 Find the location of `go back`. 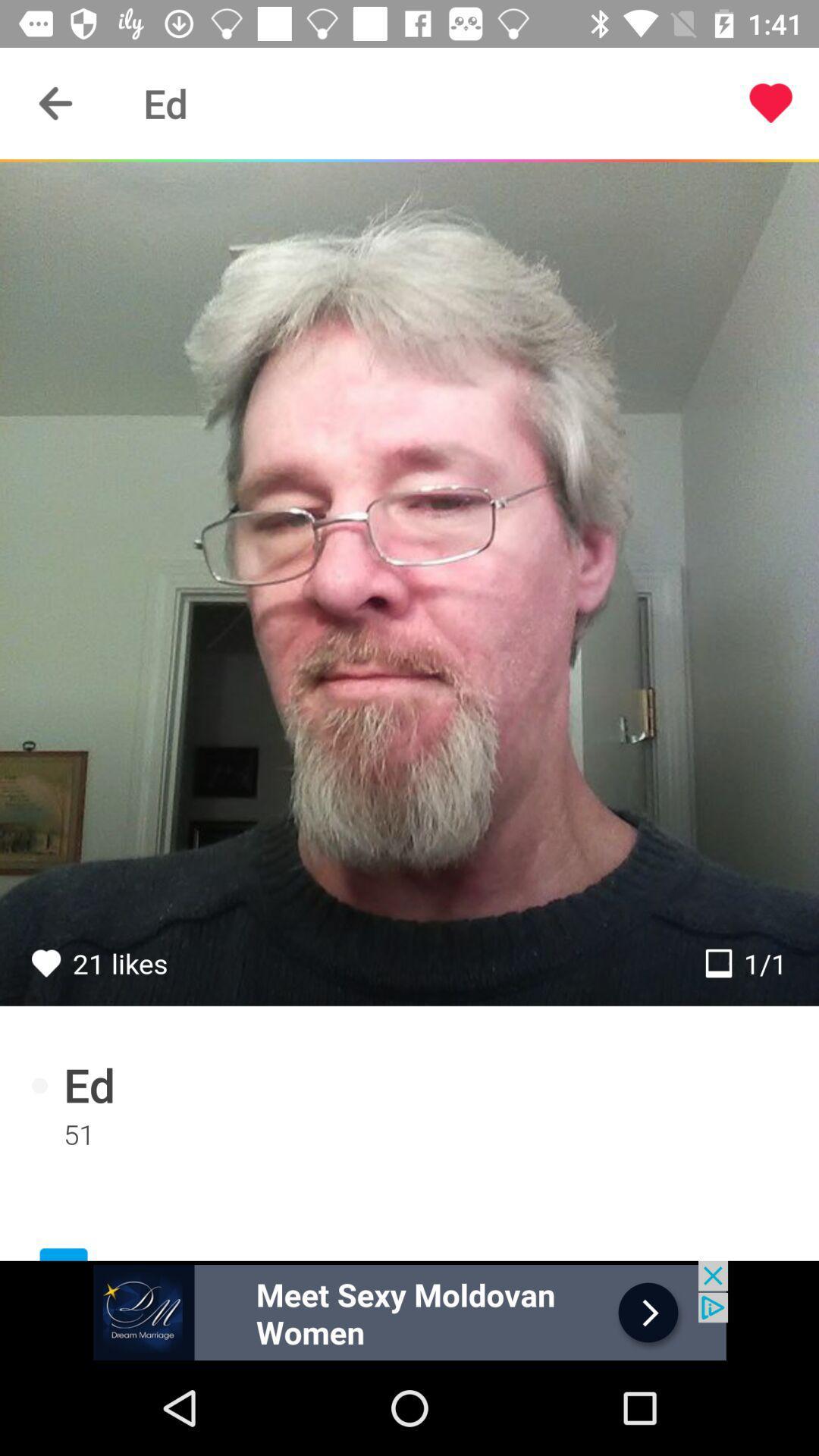

go back is located at coordinates (55, 102).